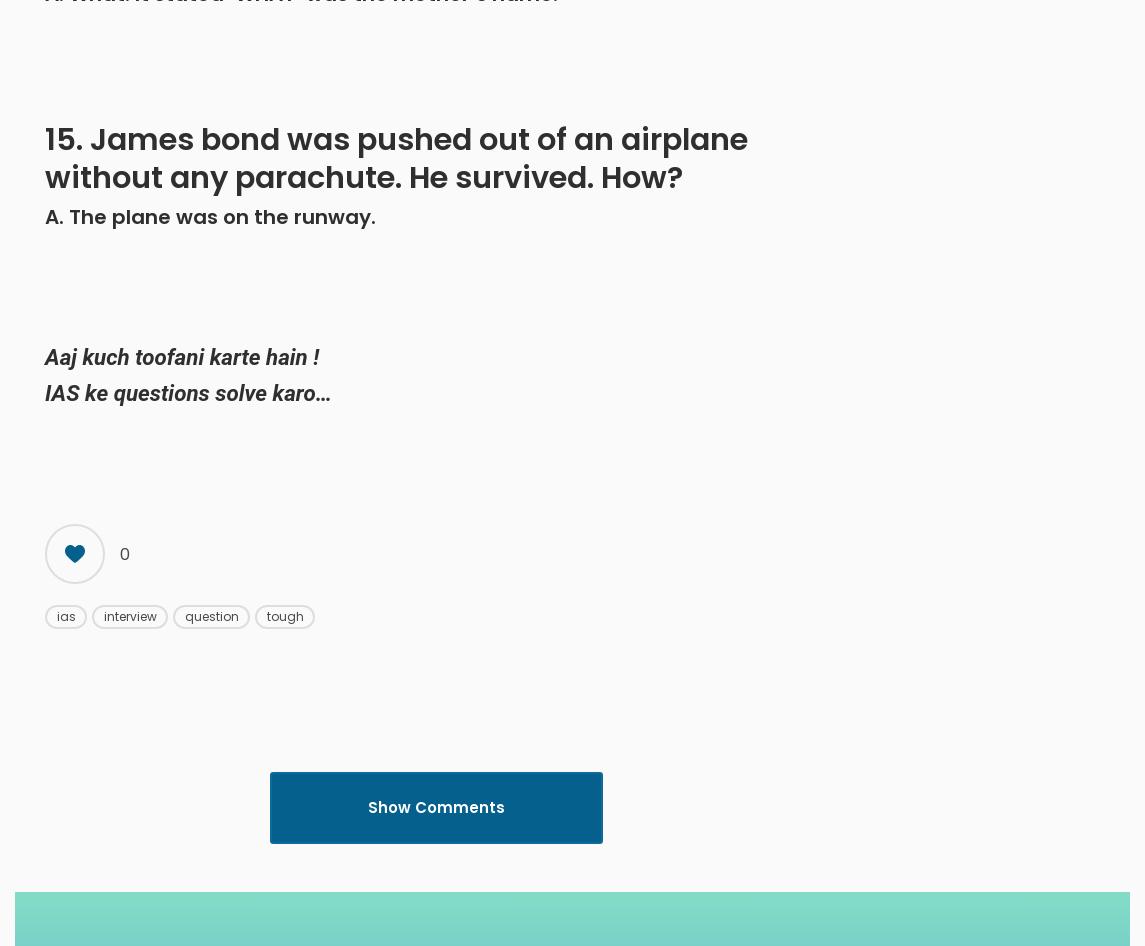 Image resolution: width=1145 pixels, height=946 pixels. Describe the element at coordinates (129, 615) in the screenshot. I see `'interview'` at that location.